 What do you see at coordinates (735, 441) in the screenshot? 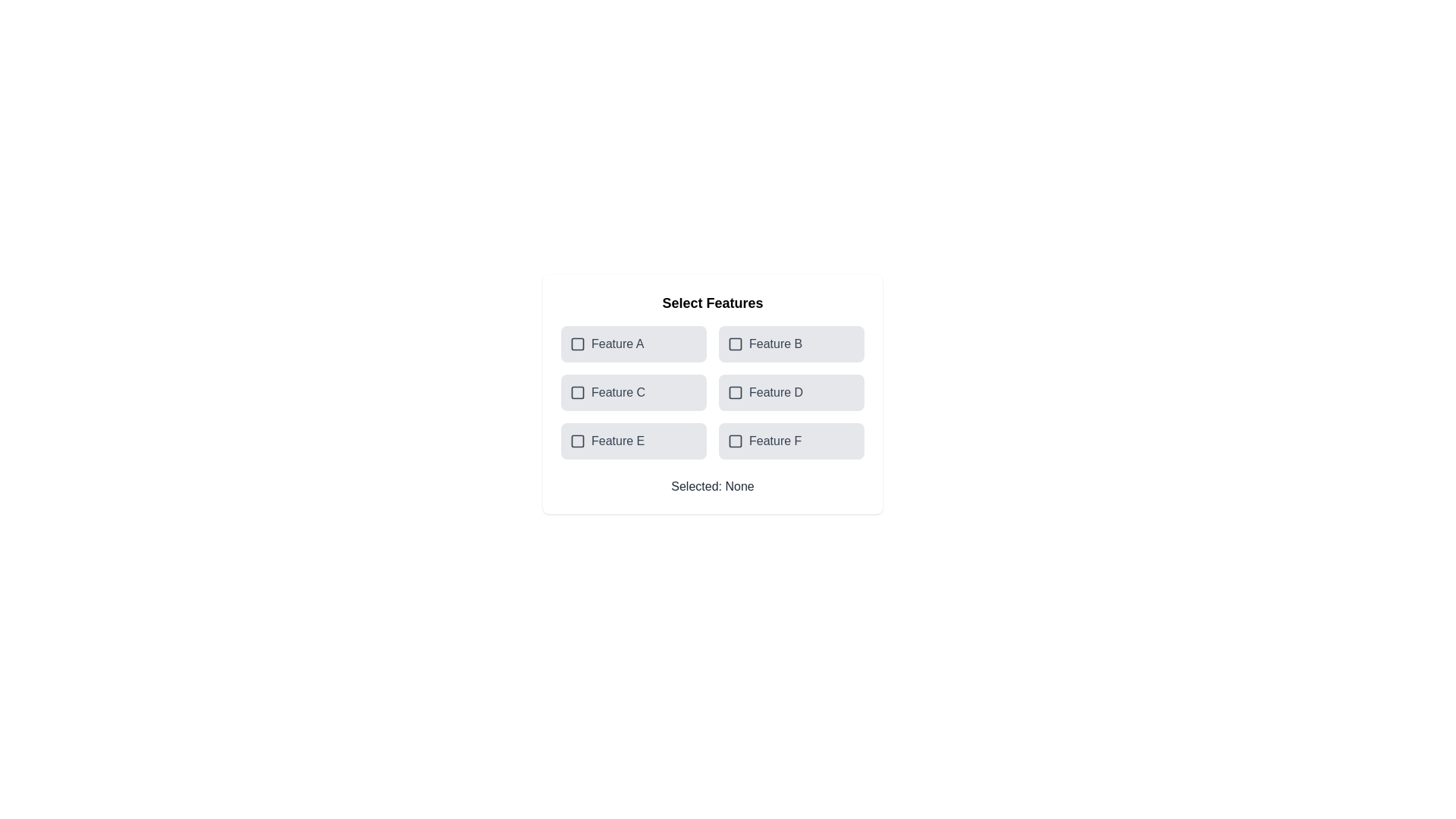
I see `the checkbox located to the left of the text label 'Feature F'` at bounding box center [735, 441].